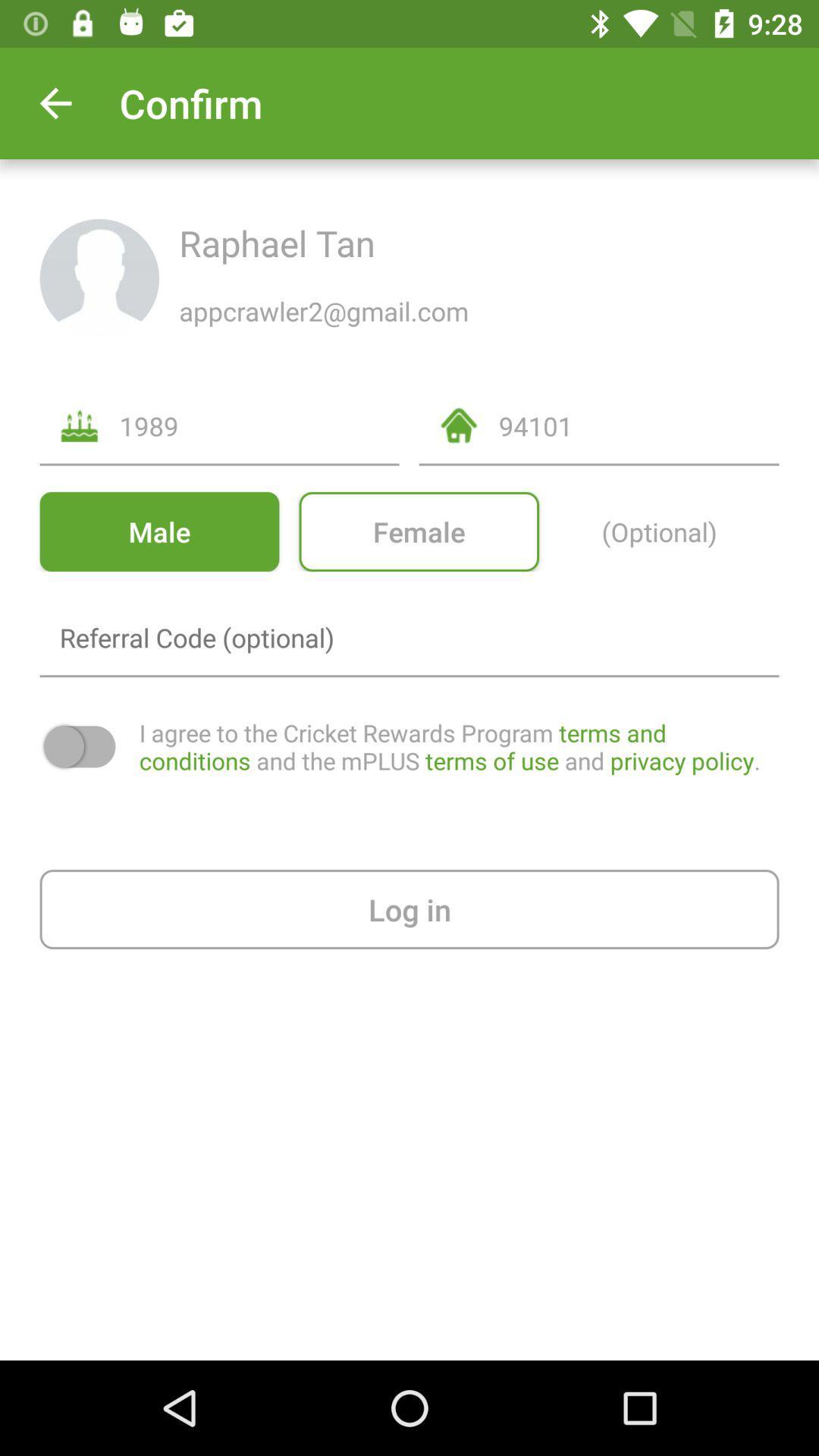 This screenshot has width=819, height=1456. What do you see at coordinates (409, 909) in the screenshot?
I see `the log in` at bounding box center [409, 909].